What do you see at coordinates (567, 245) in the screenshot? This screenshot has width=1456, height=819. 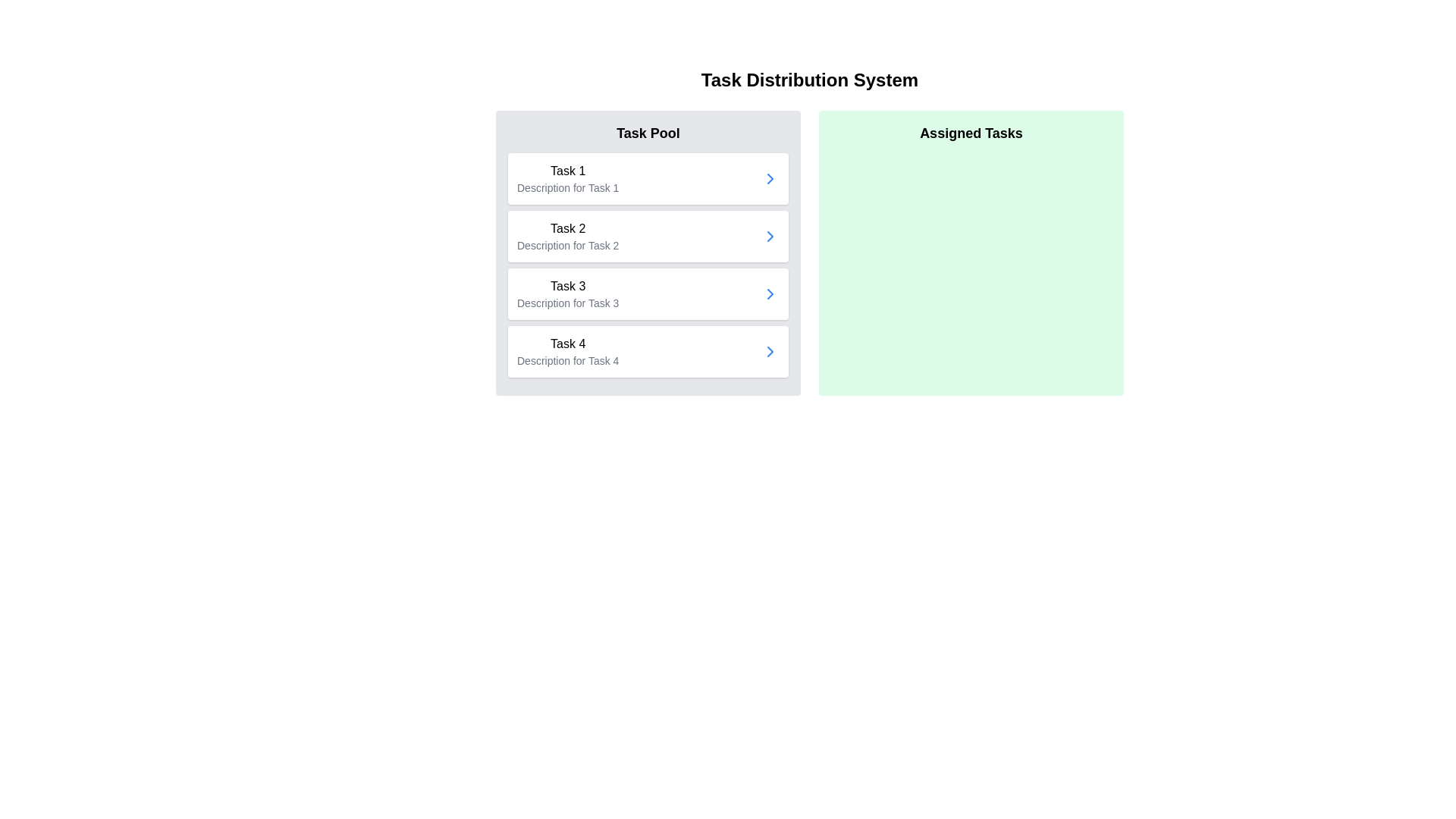 I see `the text label reading 'Description for Task 2'` at bounding box center [567, 245].